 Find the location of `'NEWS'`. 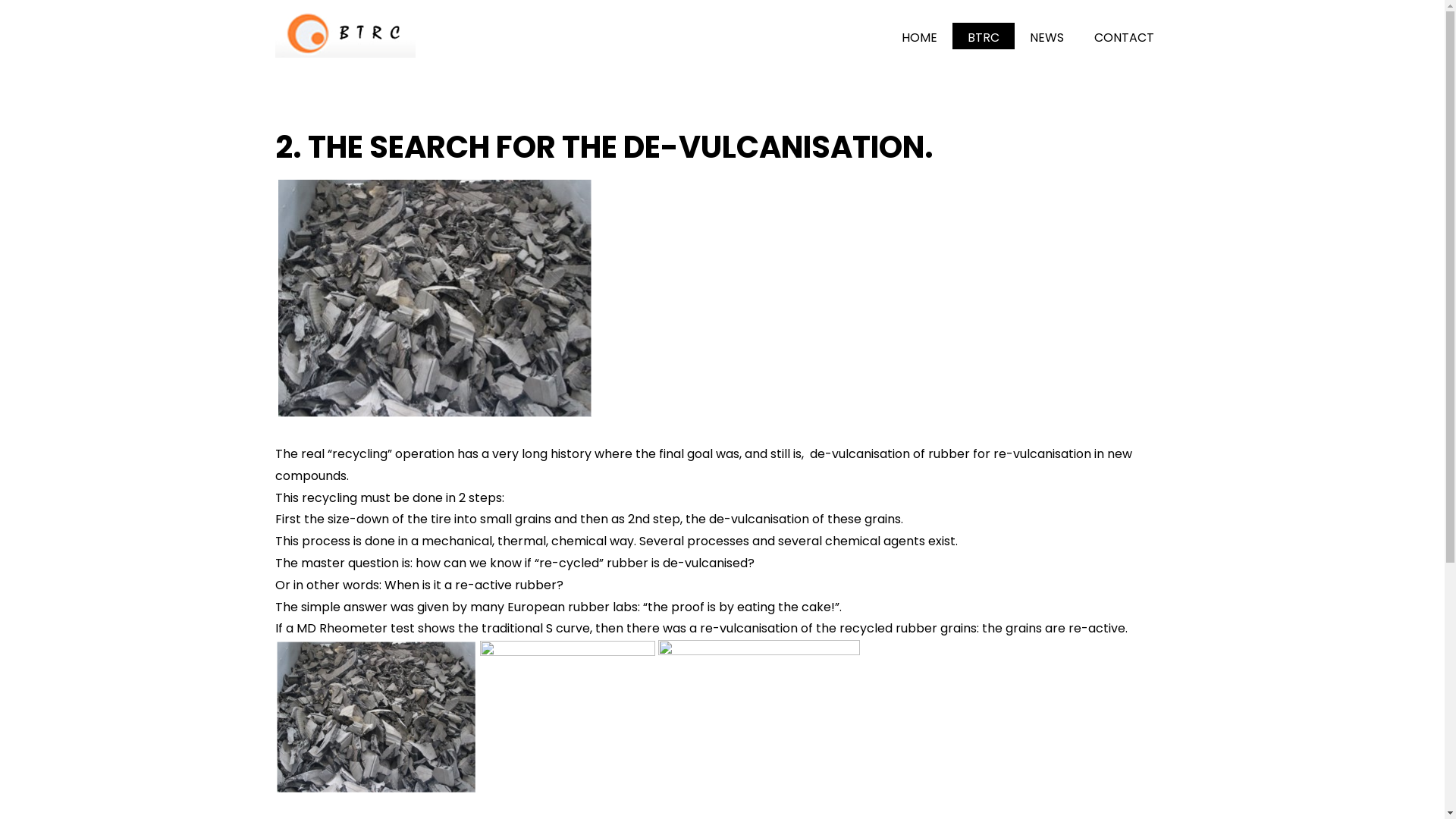

'NEWS' is located at coordinates (1046, 35).